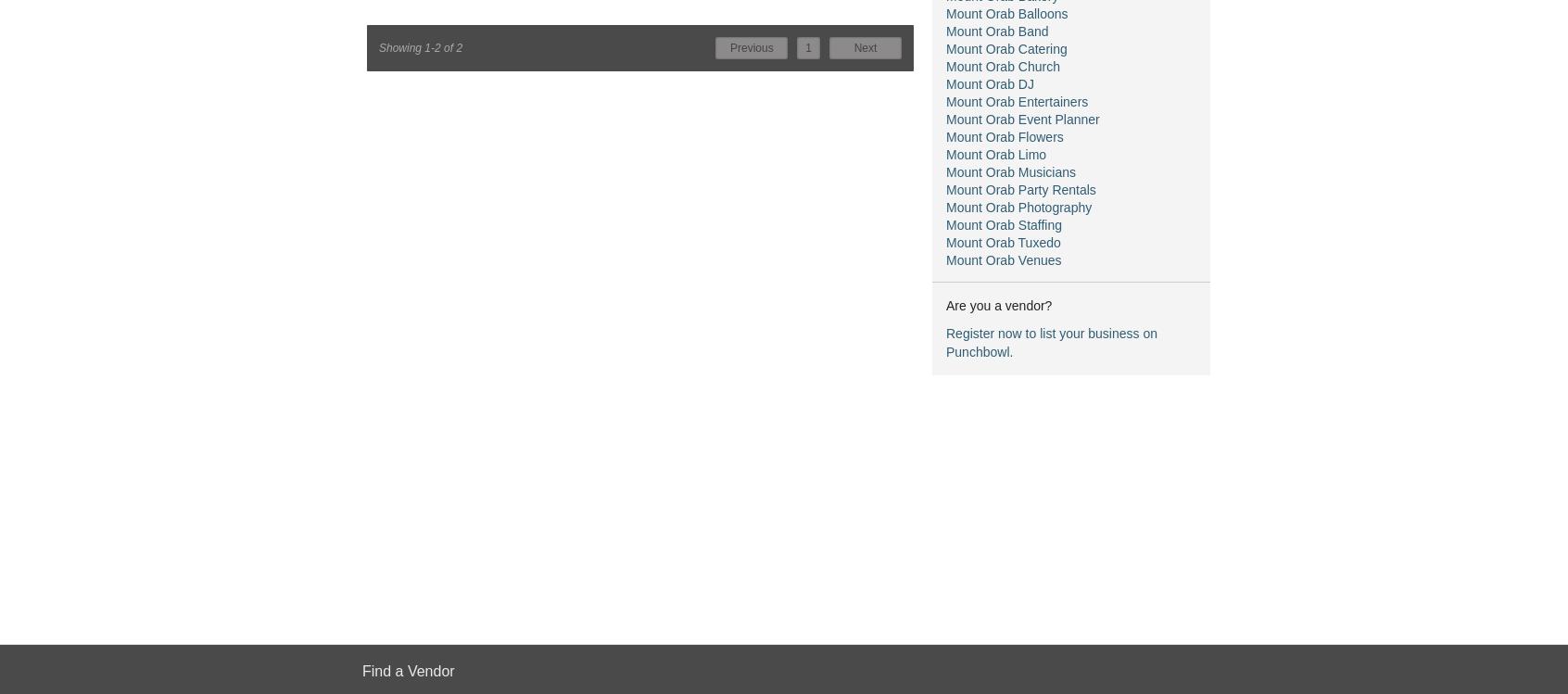  What do you see at coordinates (1005, 137) in the screenshot?
I see `'Mount Orab Flowers'` at bounding box center [1005, 137].